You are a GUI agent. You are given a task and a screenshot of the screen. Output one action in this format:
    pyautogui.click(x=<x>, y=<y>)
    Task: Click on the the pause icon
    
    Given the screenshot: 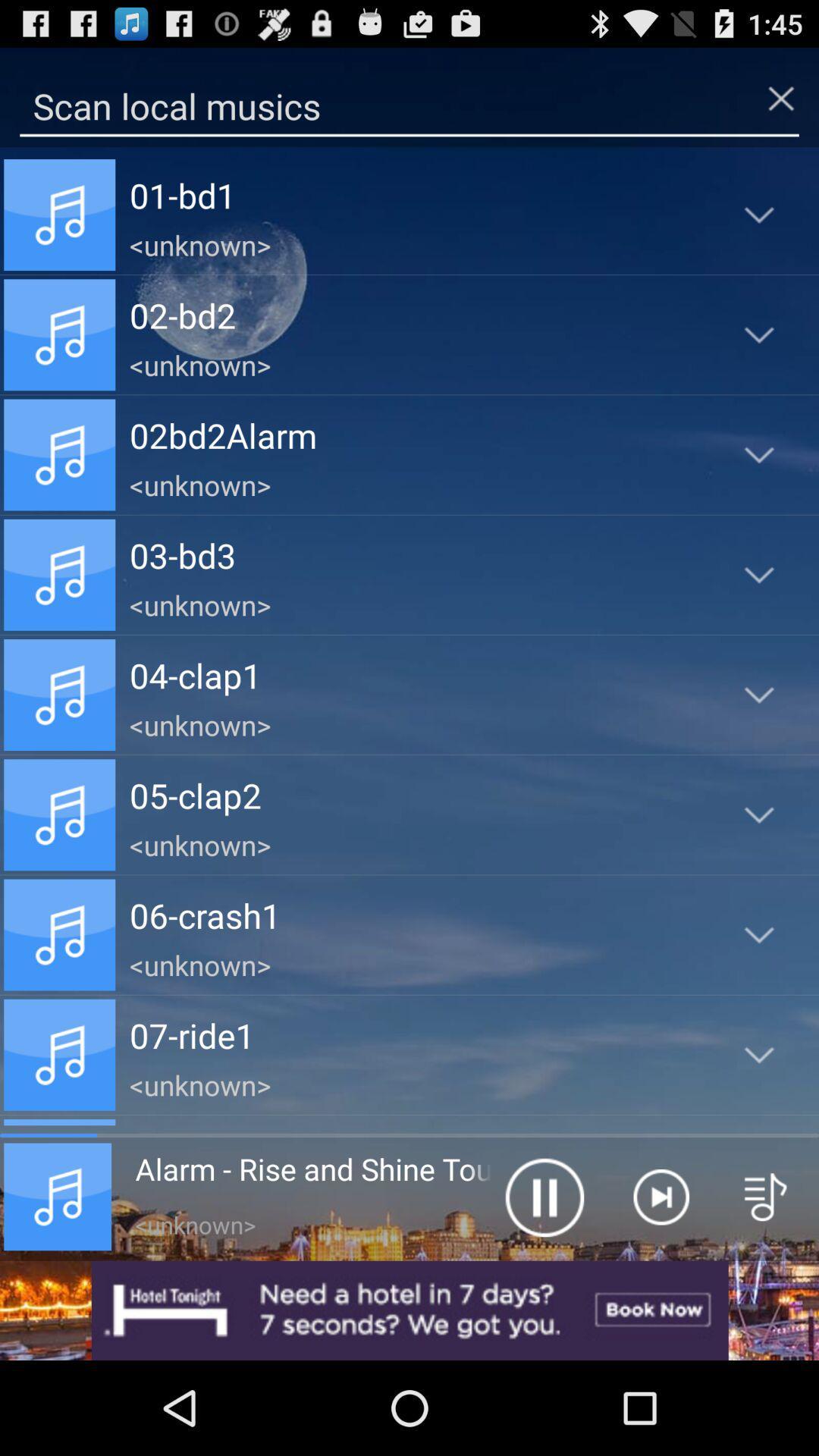 What is the action you would take?
    pyautogui.click(x=543, y=1280)
    